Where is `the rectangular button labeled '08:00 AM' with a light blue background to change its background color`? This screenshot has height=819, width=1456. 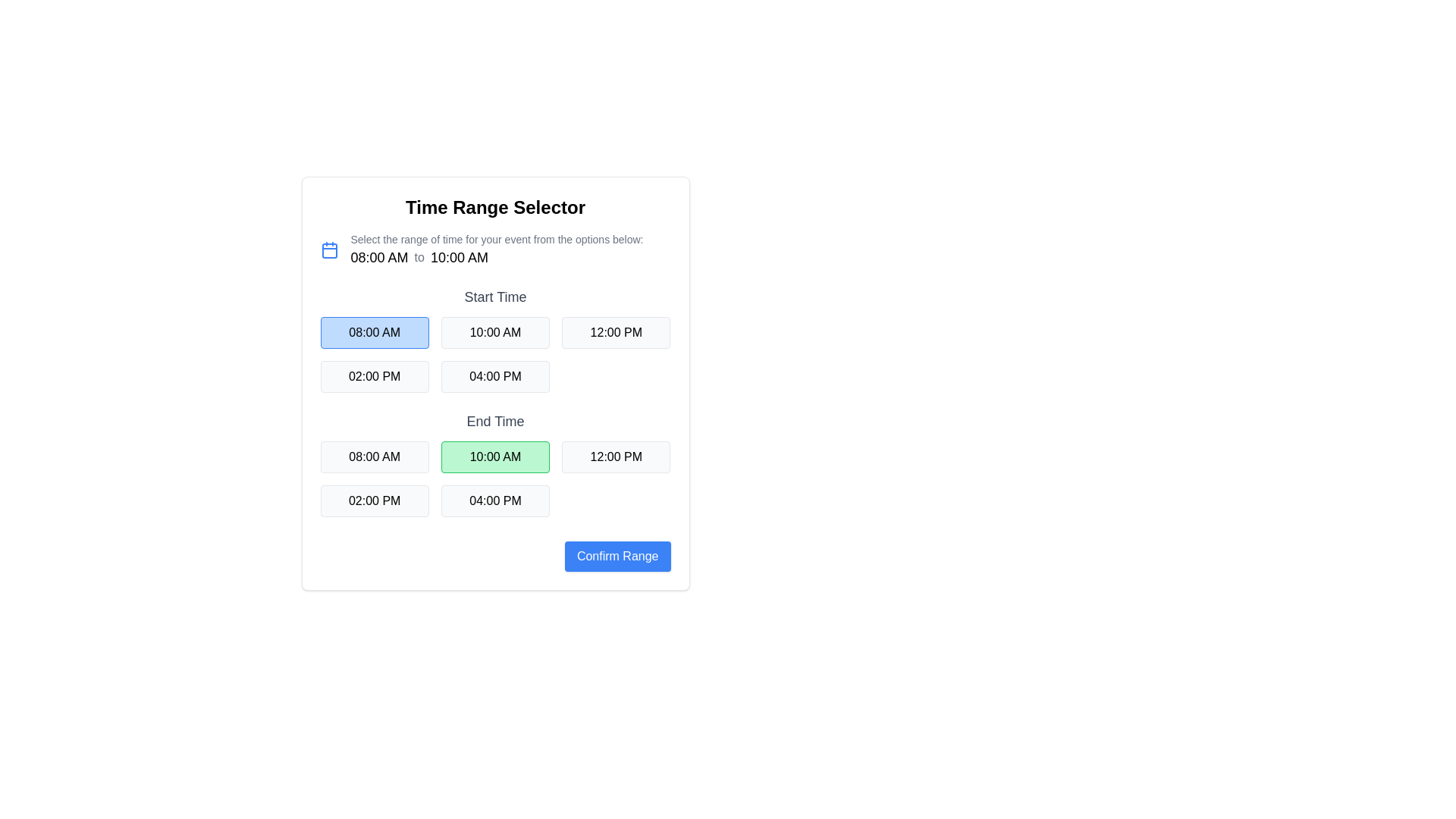 the rectangular button labeled '08:00 AM' with a light blue background to change its background color is located at coordinates (375, 332).